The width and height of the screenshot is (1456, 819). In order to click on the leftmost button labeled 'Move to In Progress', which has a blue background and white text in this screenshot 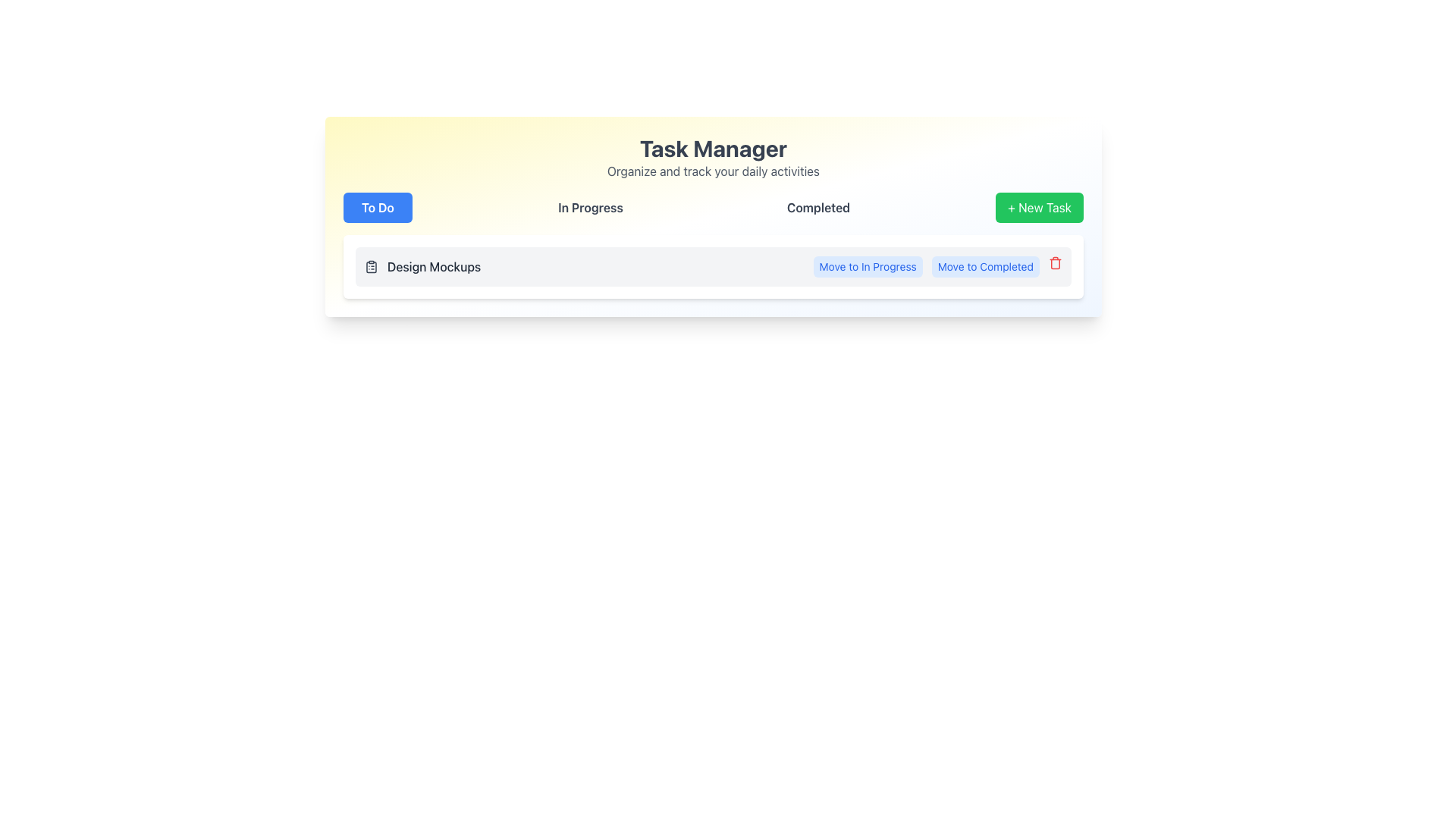, I will do `click(868, 265)`.